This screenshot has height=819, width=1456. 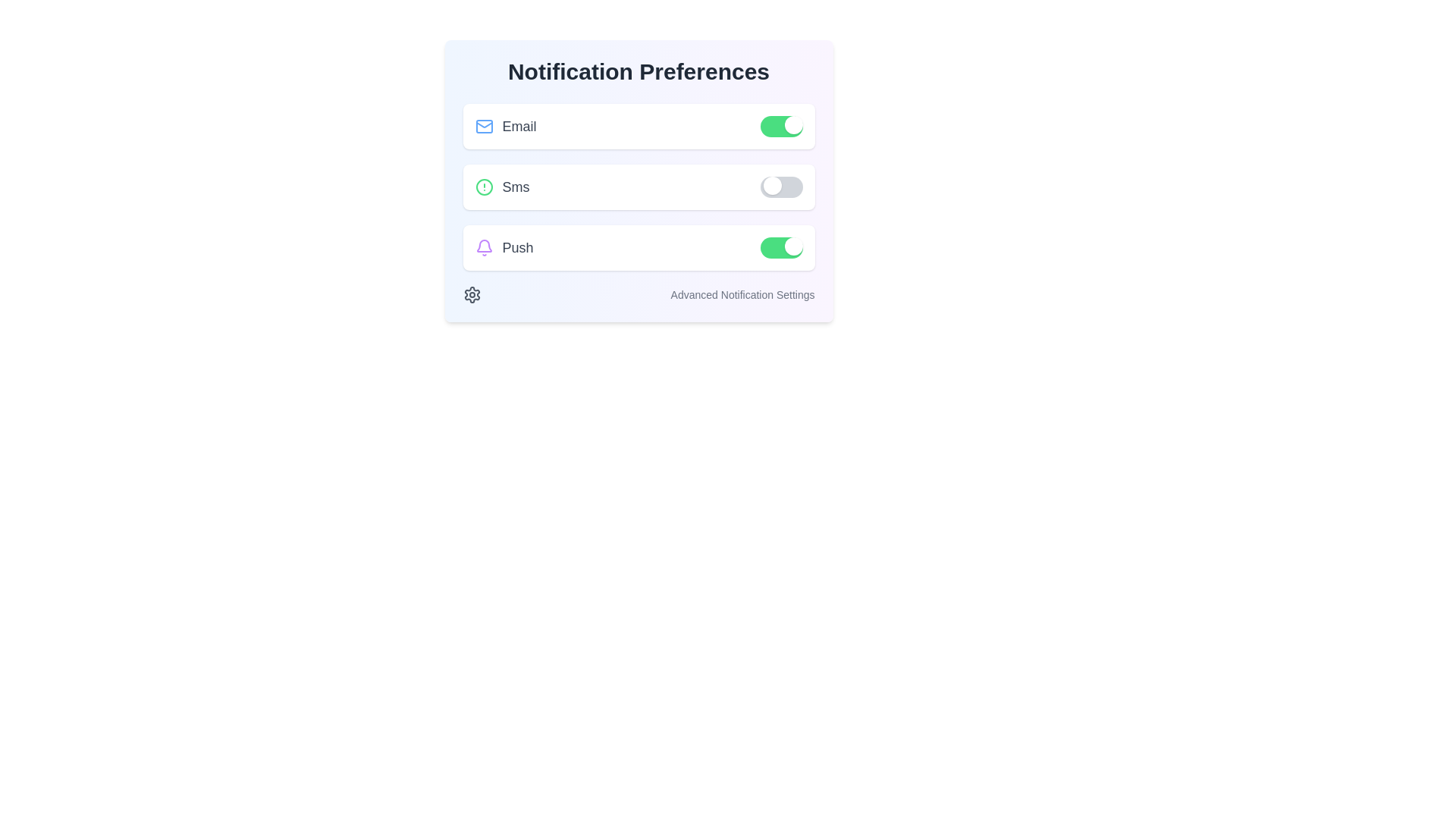 I want to click on the settings icon to access additional configuration options, so click(x=471, y=295).